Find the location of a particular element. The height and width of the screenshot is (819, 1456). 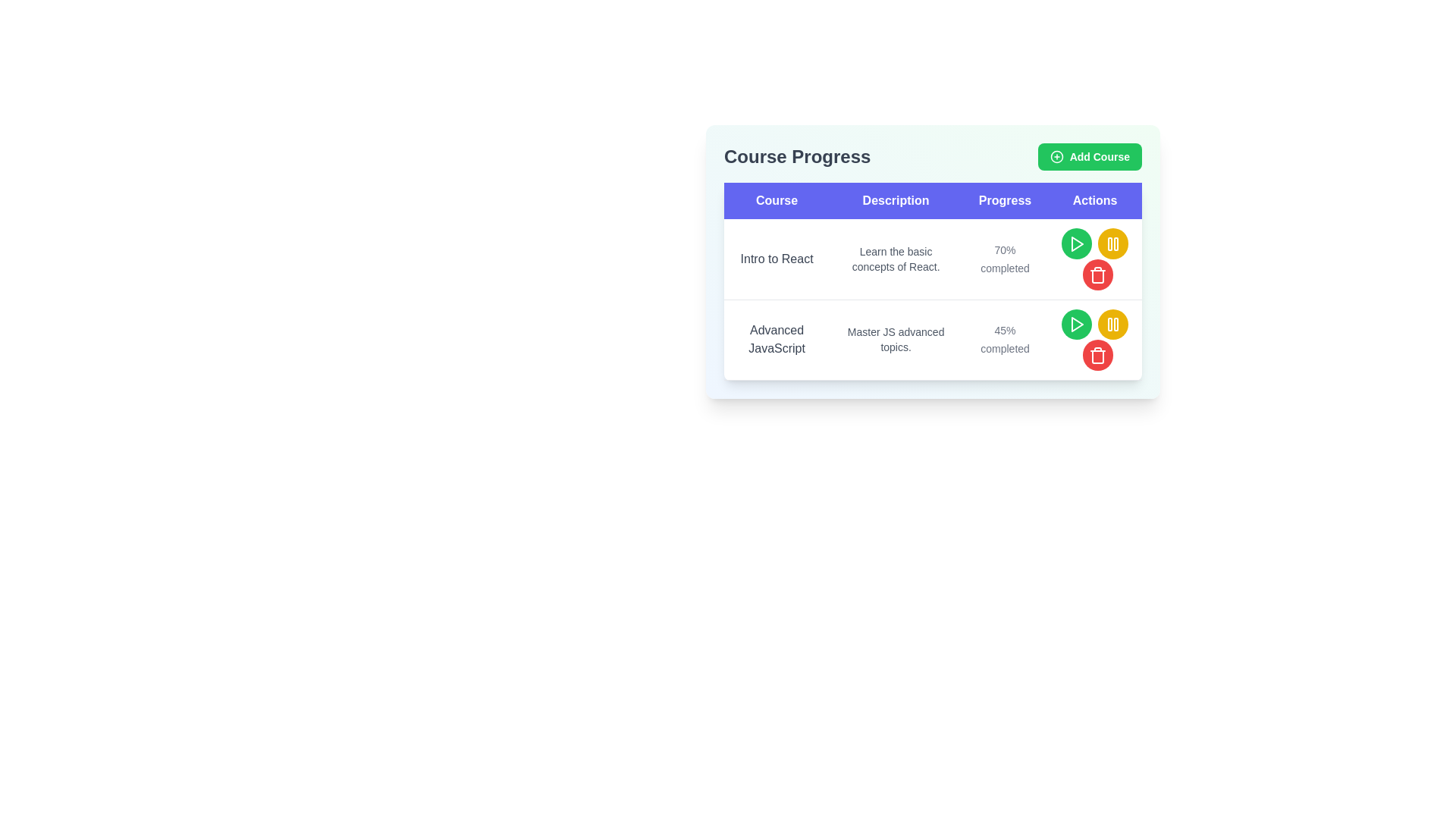

properties of the static text label displaying the course title 'Advanced JavaScript', located in the first column, second row of a table layout is located at coordinates (777, 339).